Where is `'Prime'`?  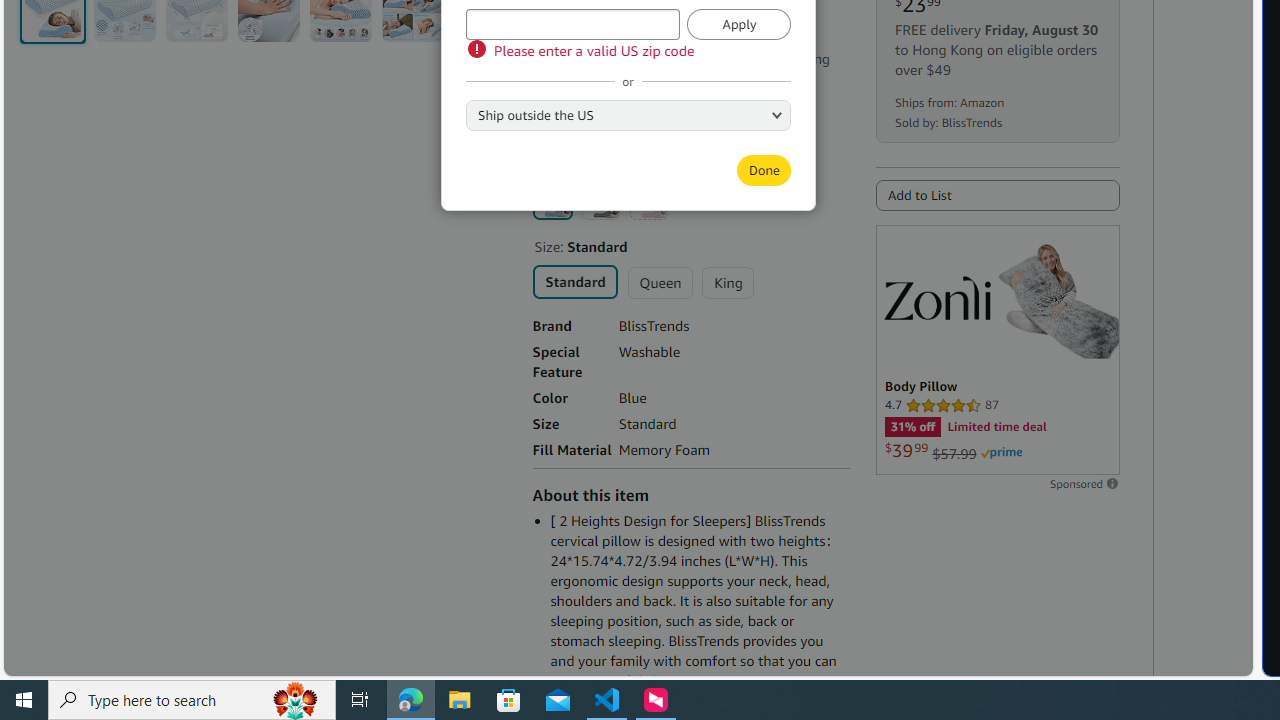
'Prime' is located at coordinates (1001, 453).